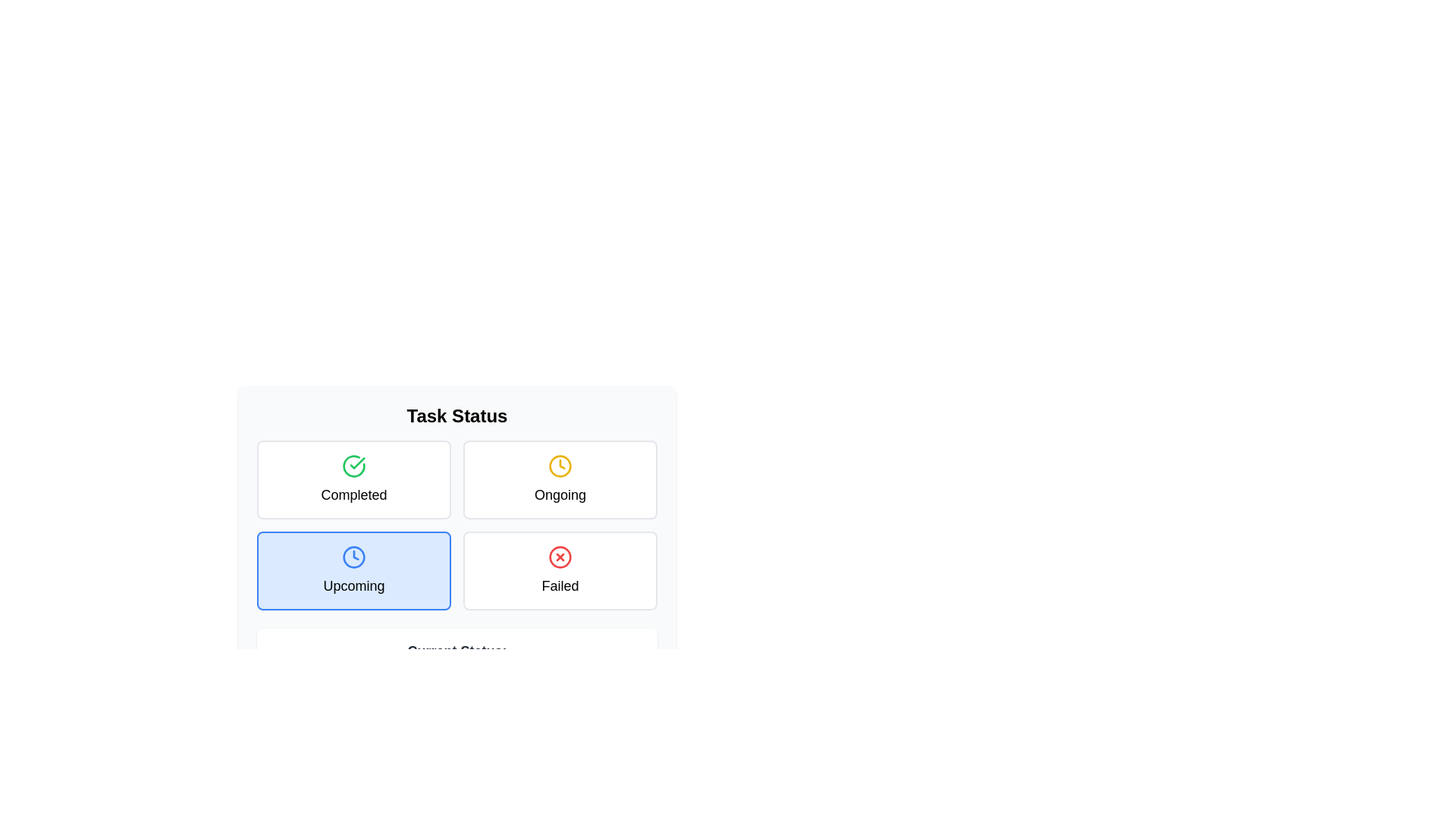 The width and height of the screenshot is (1456, 819). Describe the element at coordinates (560, 479) in the screenshot. I see `the task status to Ongoing` at that location.